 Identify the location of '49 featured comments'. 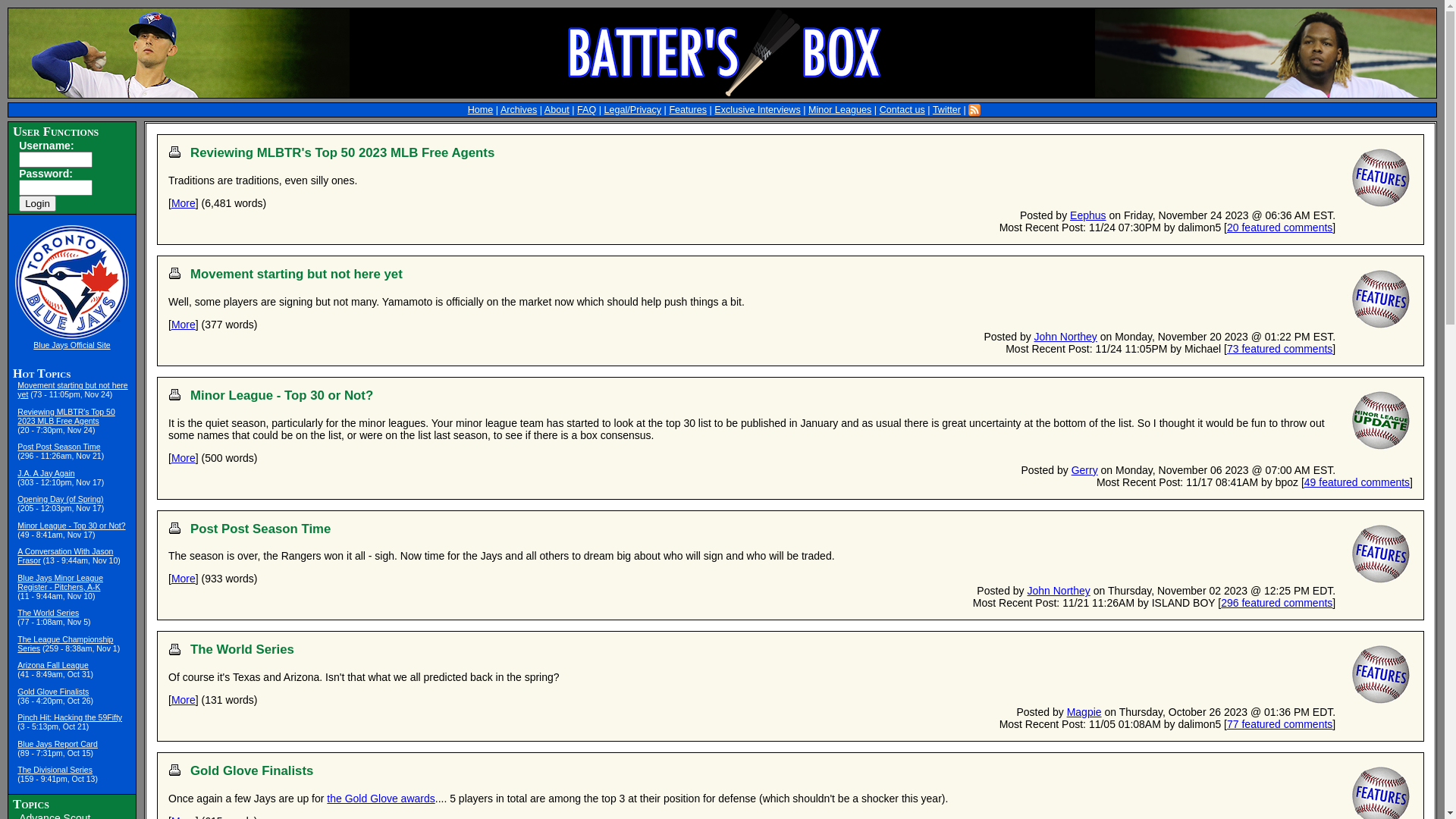
(1303, 482).